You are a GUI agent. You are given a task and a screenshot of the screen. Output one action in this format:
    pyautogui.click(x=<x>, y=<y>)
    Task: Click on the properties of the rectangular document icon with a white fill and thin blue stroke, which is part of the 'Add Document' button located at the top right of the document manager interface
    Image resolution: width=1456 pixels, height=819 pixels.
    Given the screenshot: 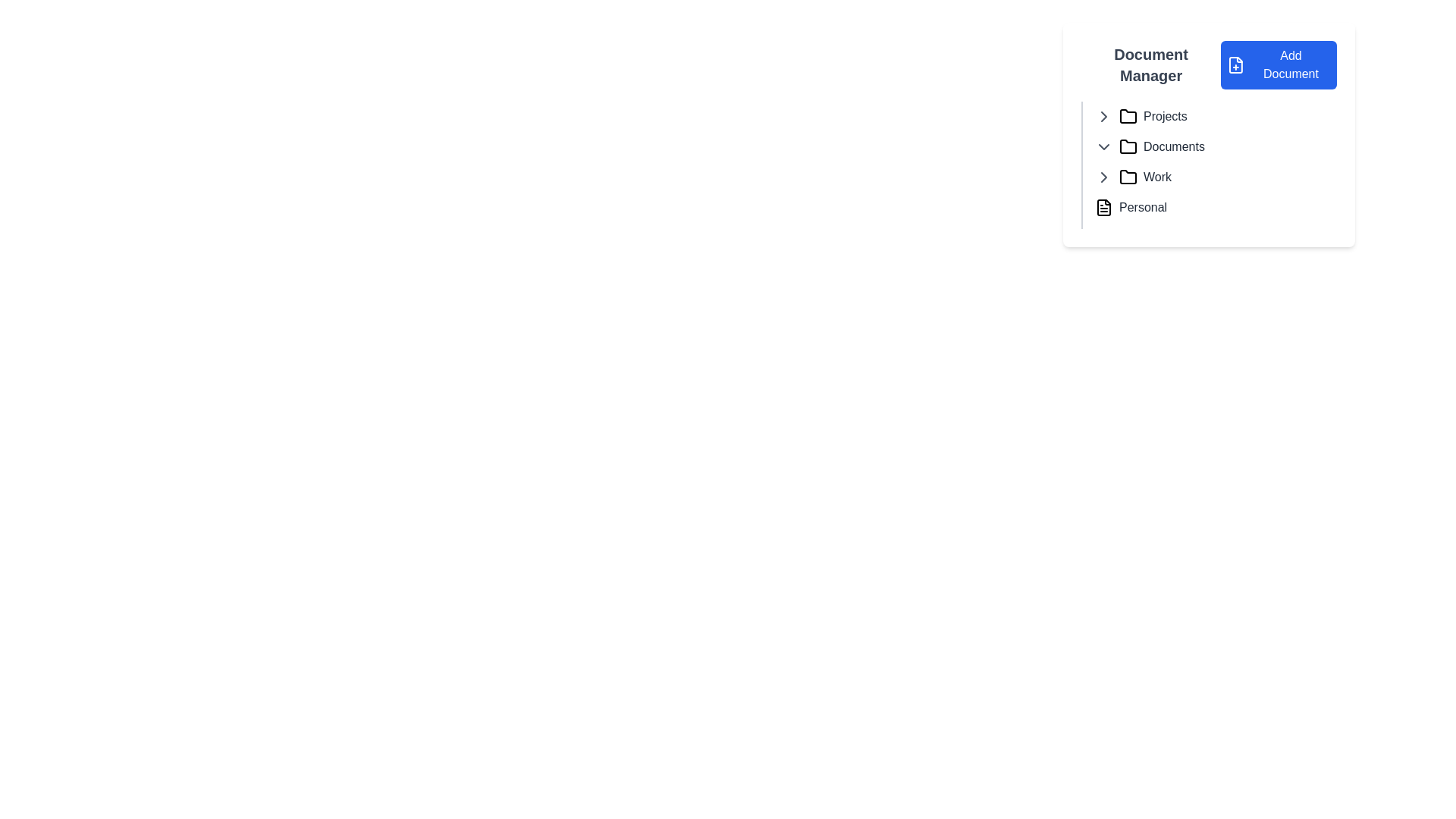 What is the action you would take?
    pyautogui.click(x=1236, y=64)
    